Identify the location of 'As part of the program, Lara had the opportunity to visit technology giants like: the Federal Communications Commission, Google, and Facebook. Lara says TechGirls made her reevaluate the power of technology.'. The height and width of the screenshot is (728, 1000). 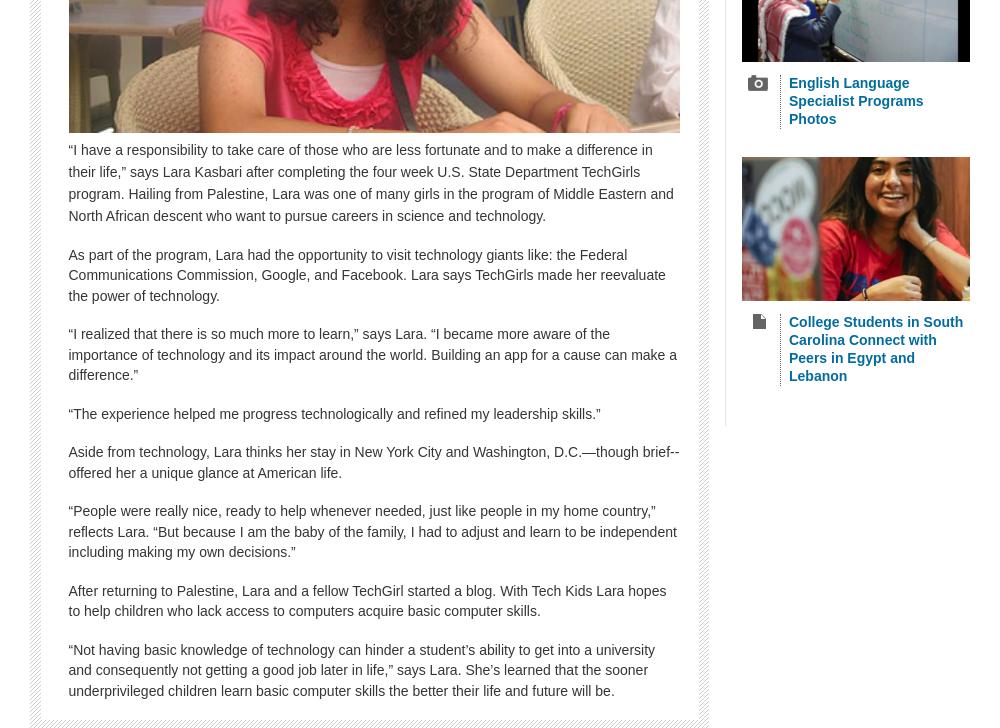
(365, 274).